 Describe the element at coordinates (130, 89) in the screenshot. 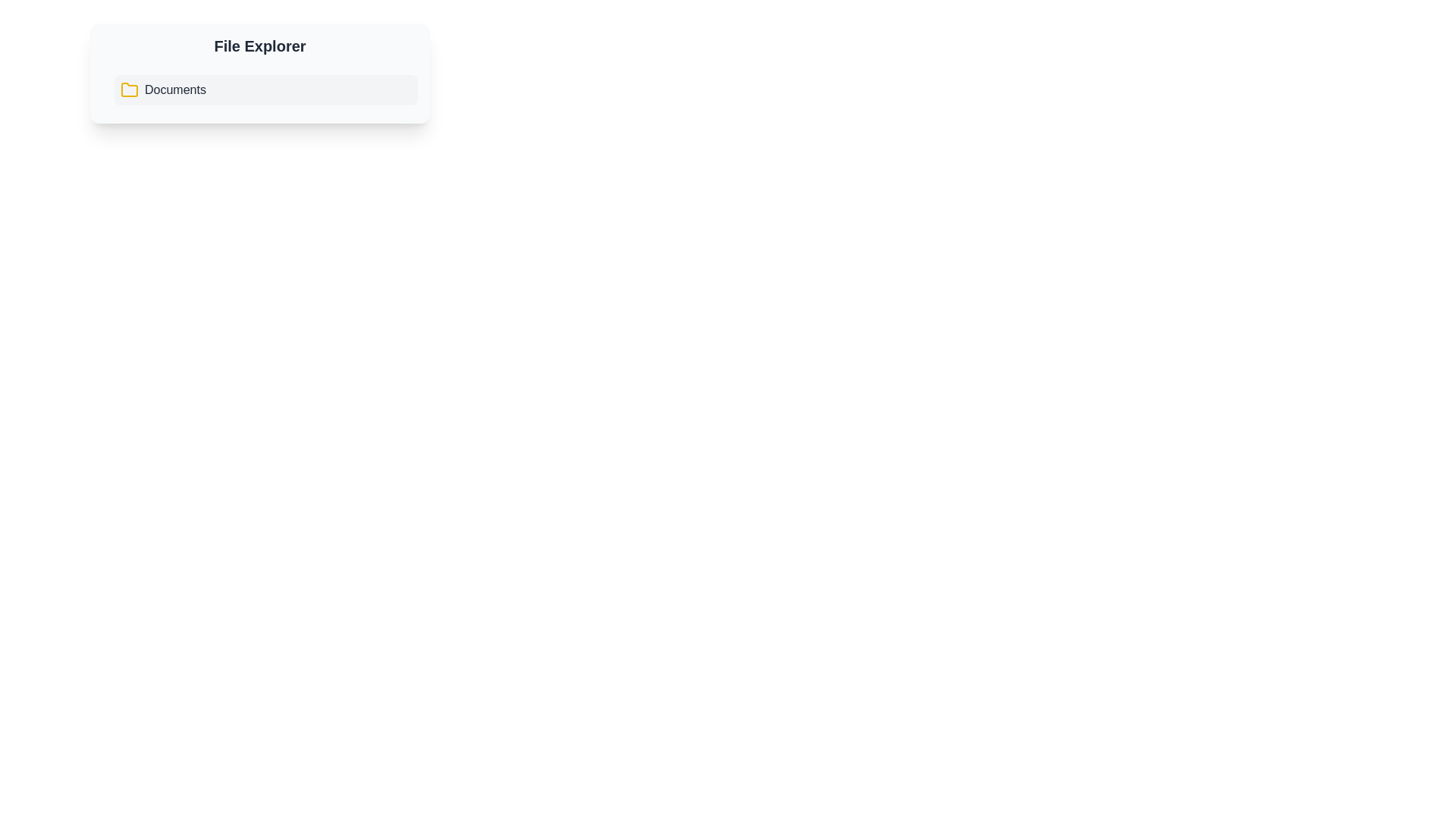

I see `the folder icon located to the left of the 'Documents' label in the file explorer interface` at that location.